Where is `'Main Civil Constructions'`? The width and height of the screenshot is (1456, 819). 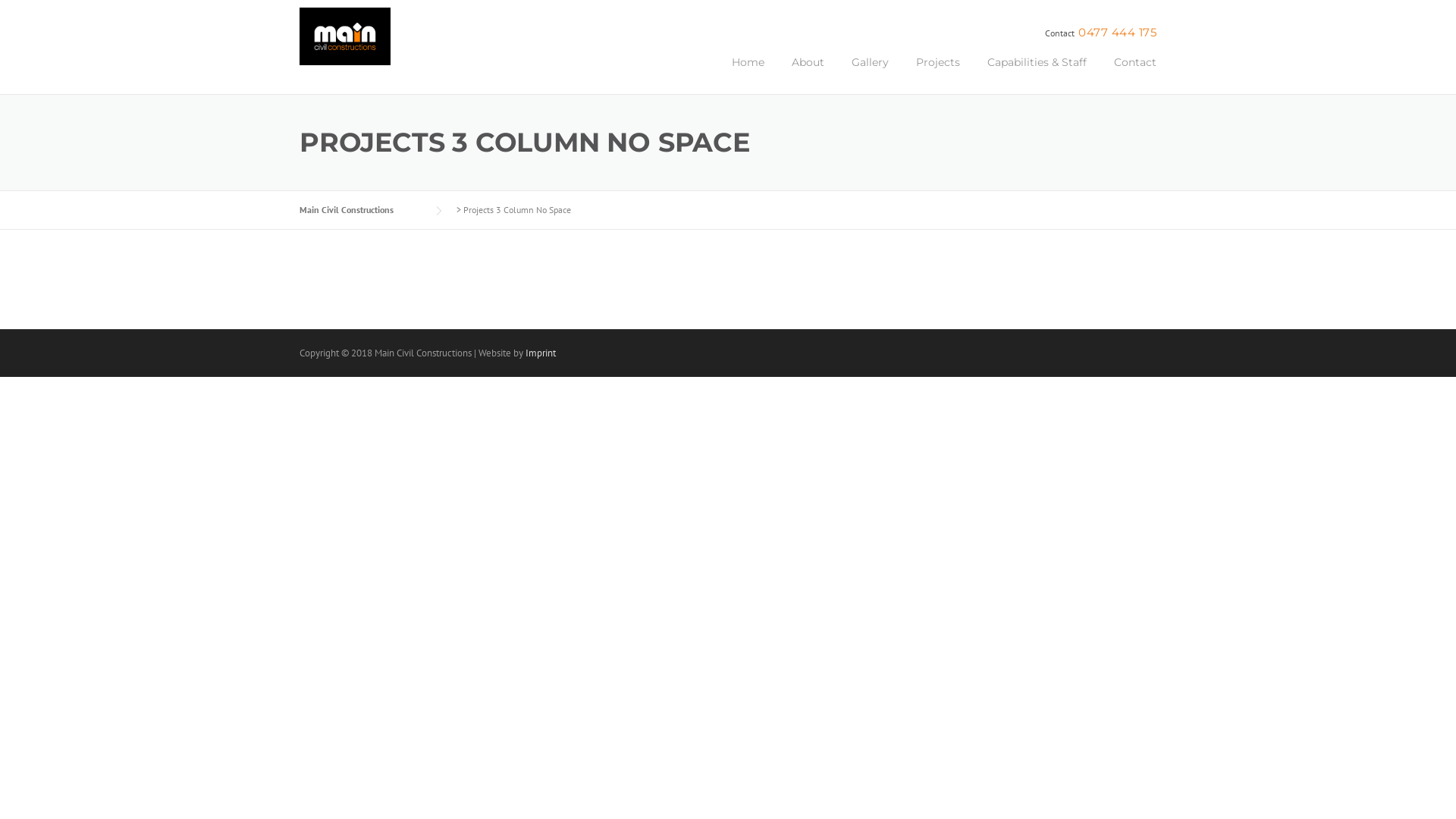
'Main Civil Constructions' is located at coordinates (299, 209).